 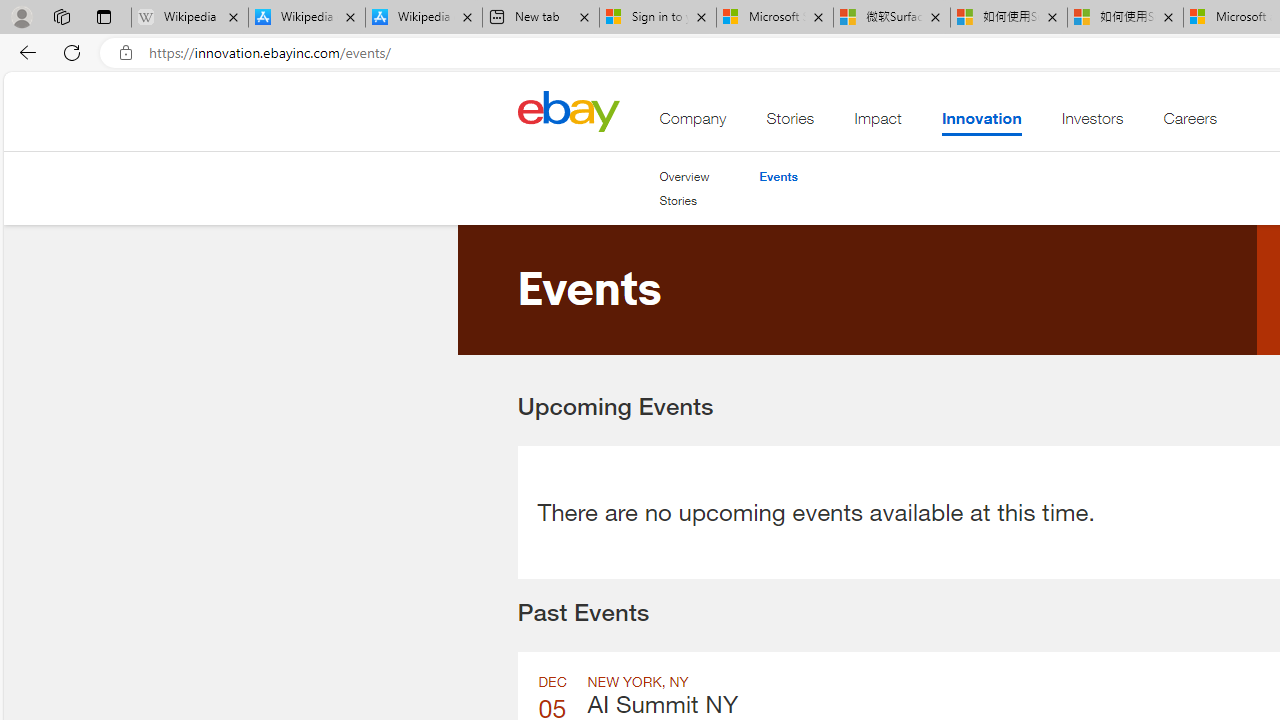 What do you see at coordinates (981, 123) in the screenshot?
I see `'Innovation'` at bounding box center [981, 123].